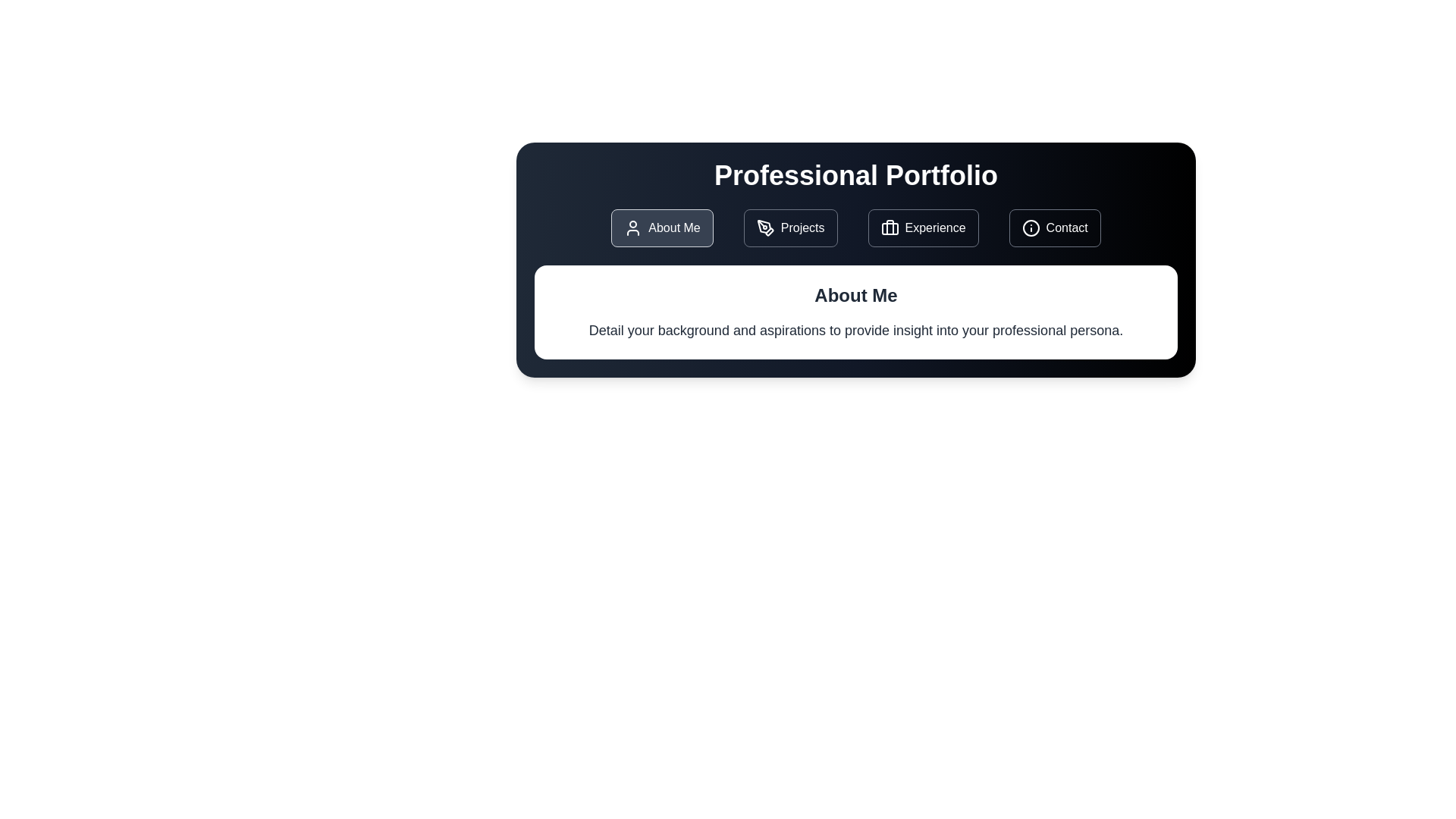 Image resolution: width=1456 pixels, height=819 pixels. I want to click on the pen tool icon located within the 'Projects' button in the navigation bar, which is positioned below the main title 'Professional Portfolio', so click(765, 227).